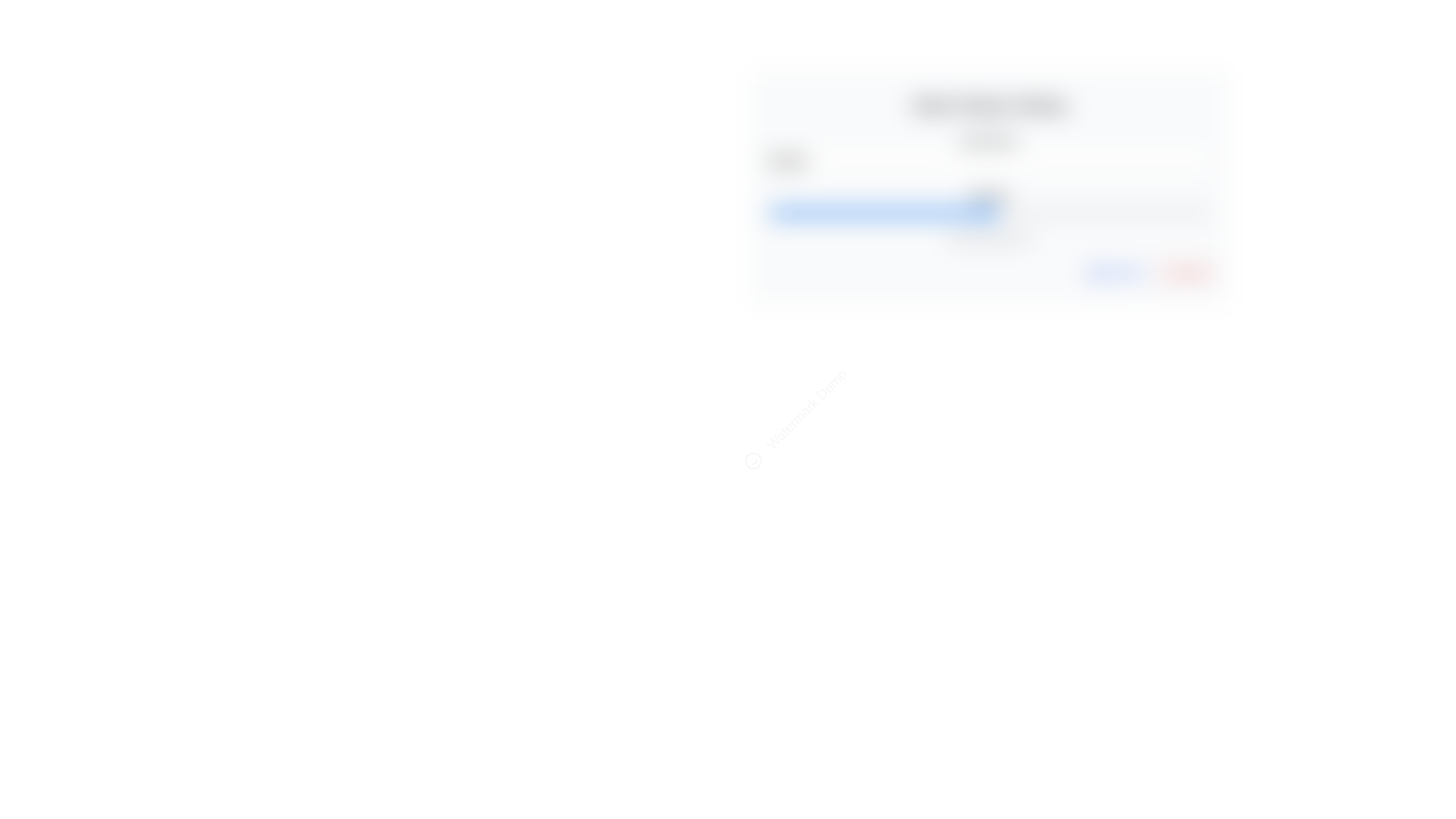 The image size is (1456, 819). What do you see at coordinates (998, 213) in the screenshot?
I see `the slider value` at bounding box center [998, 213].